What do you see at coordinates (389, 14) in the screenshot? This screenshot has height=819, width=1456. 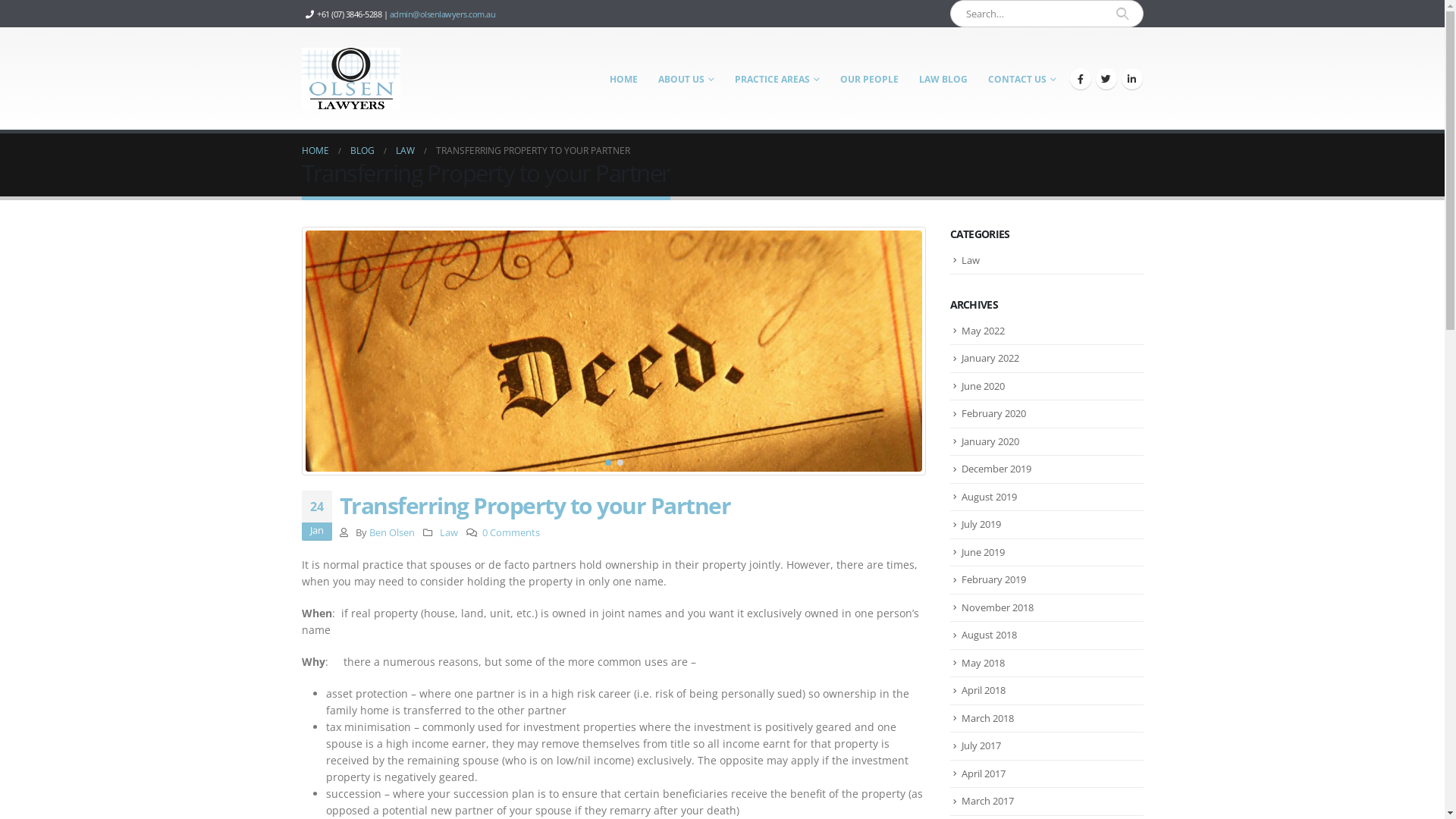 I see `'admin@olsenlawyers.com.au'` at bounding box center [389, 14].